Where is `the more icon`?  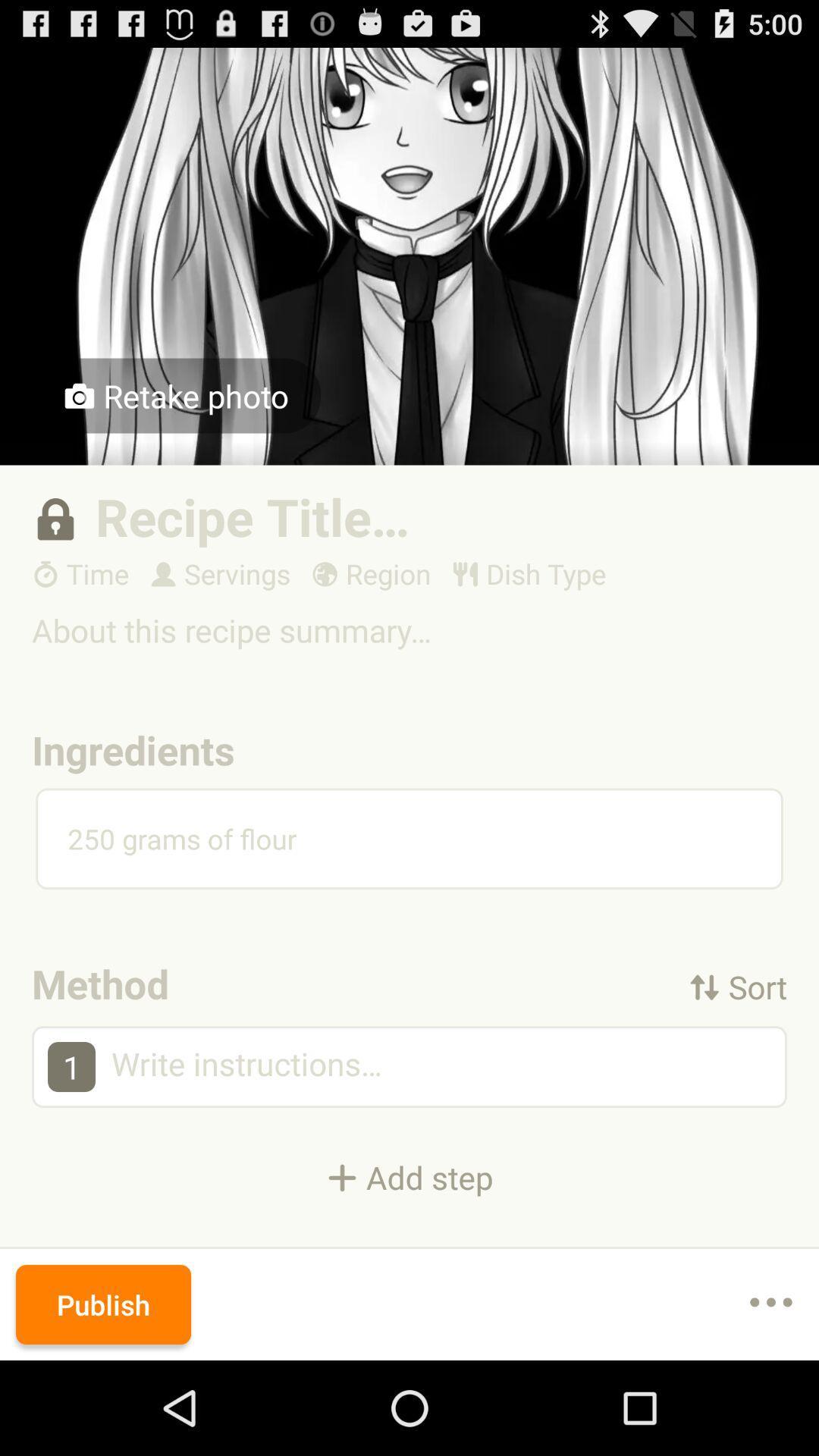
the more icon is located at coordinates (771, 1395).